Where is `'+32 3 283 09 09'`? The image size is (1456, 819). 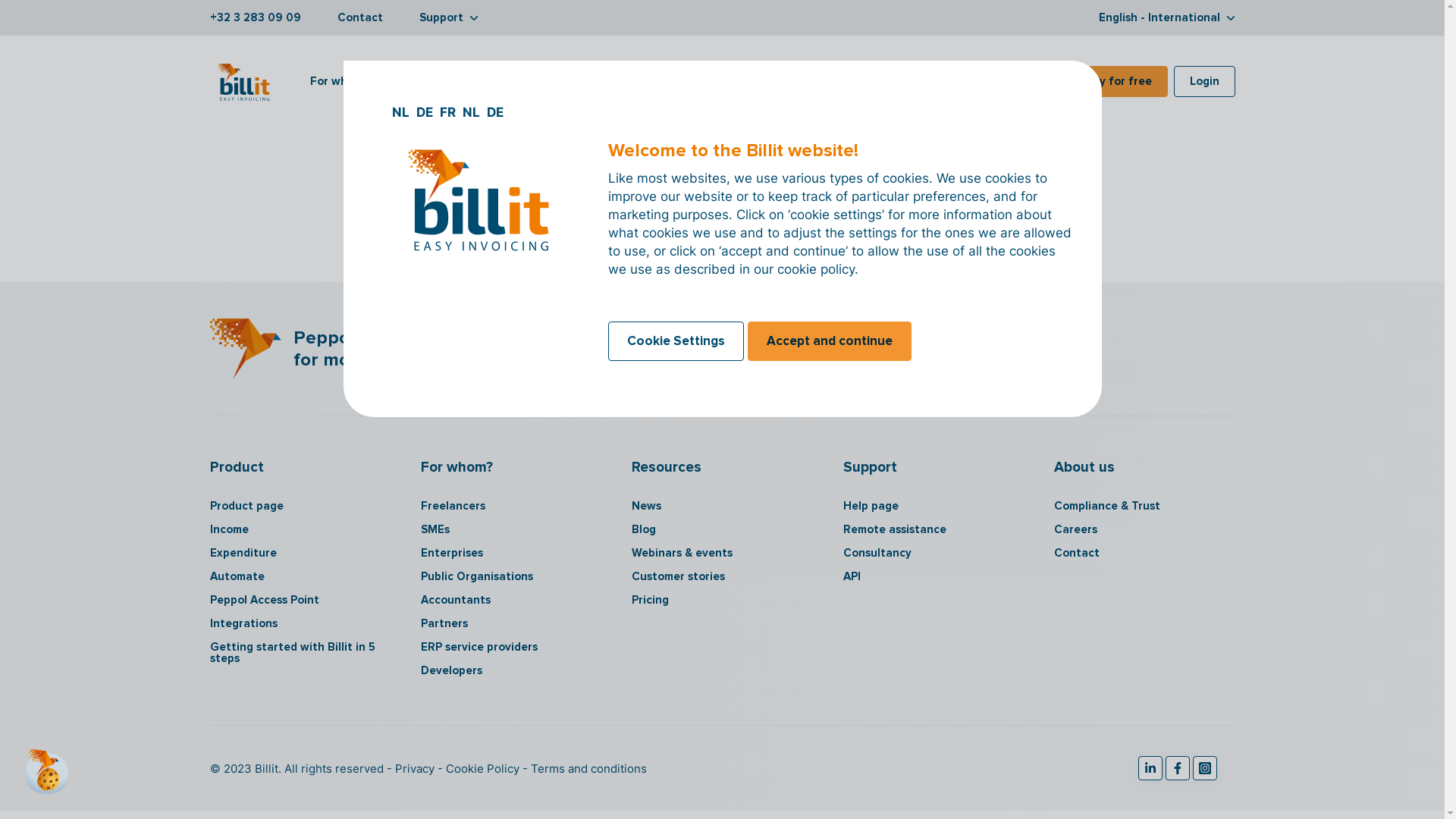
'+32 3 283 09 09' is located at coordinates (255, 17).